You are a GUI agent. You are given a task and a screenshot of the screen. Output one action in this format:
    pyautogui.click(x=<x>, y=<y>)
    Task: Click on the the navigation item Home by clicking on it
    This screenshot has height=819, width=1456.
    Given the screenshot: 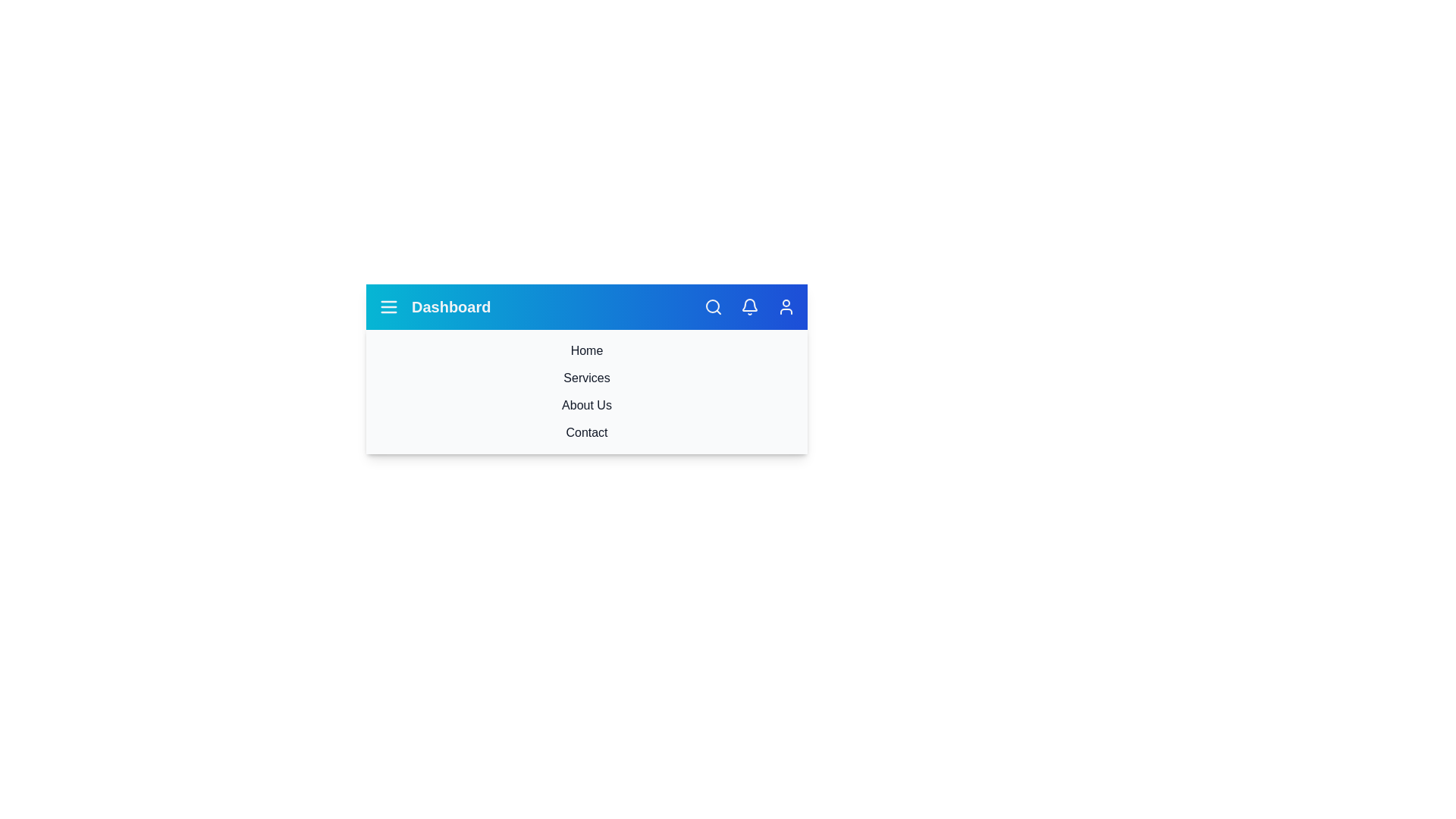 What is the action you would take?
    pyautogui.click(x=585, y=350)
    